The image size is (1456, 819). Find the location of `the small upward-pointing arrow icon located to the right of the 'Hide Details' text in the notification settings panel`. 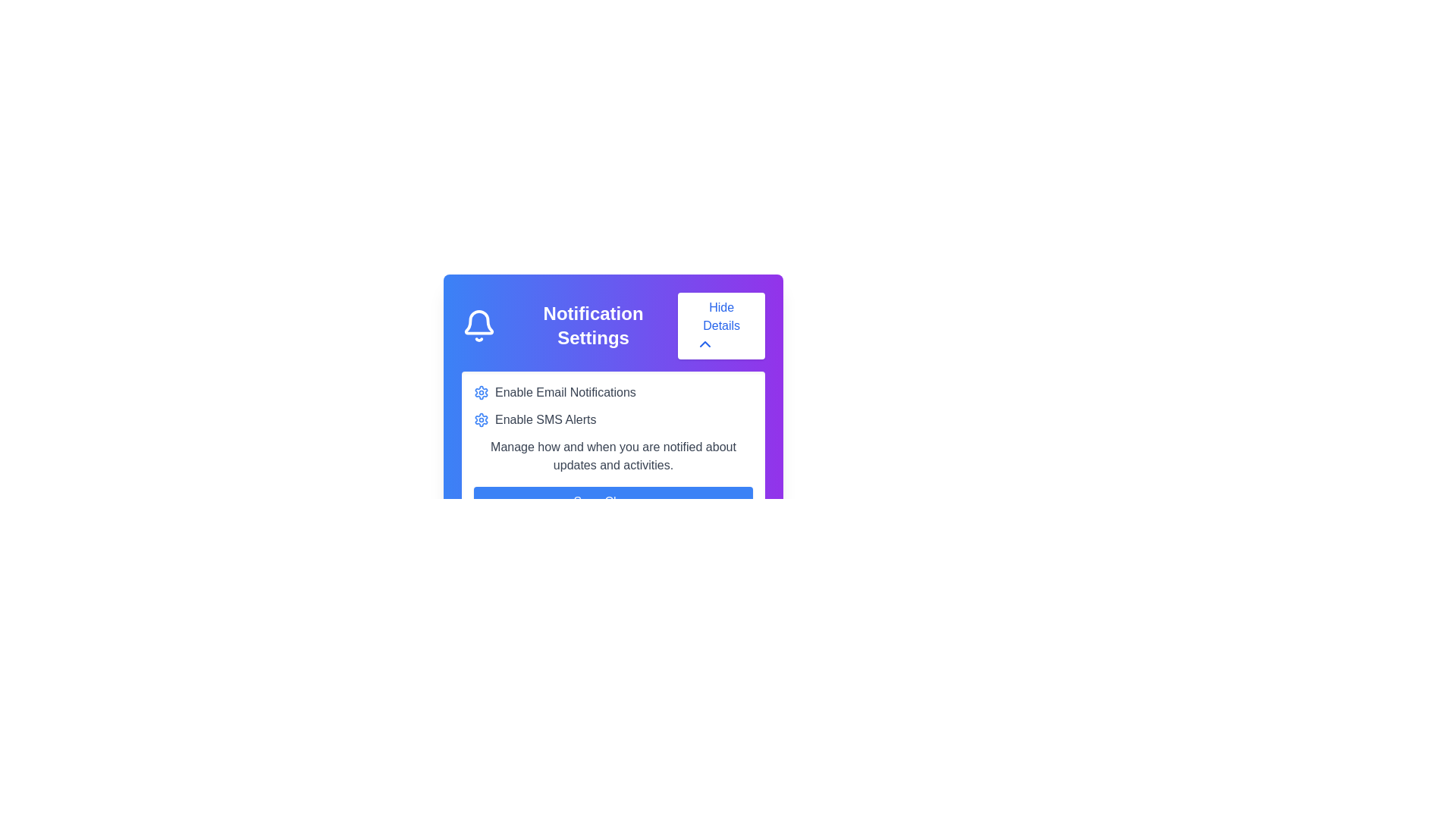

the small upward-pointing arrow icon located to the right of the 'Hide Details' text in the notification settings panel is located at coordinates (704, 344).